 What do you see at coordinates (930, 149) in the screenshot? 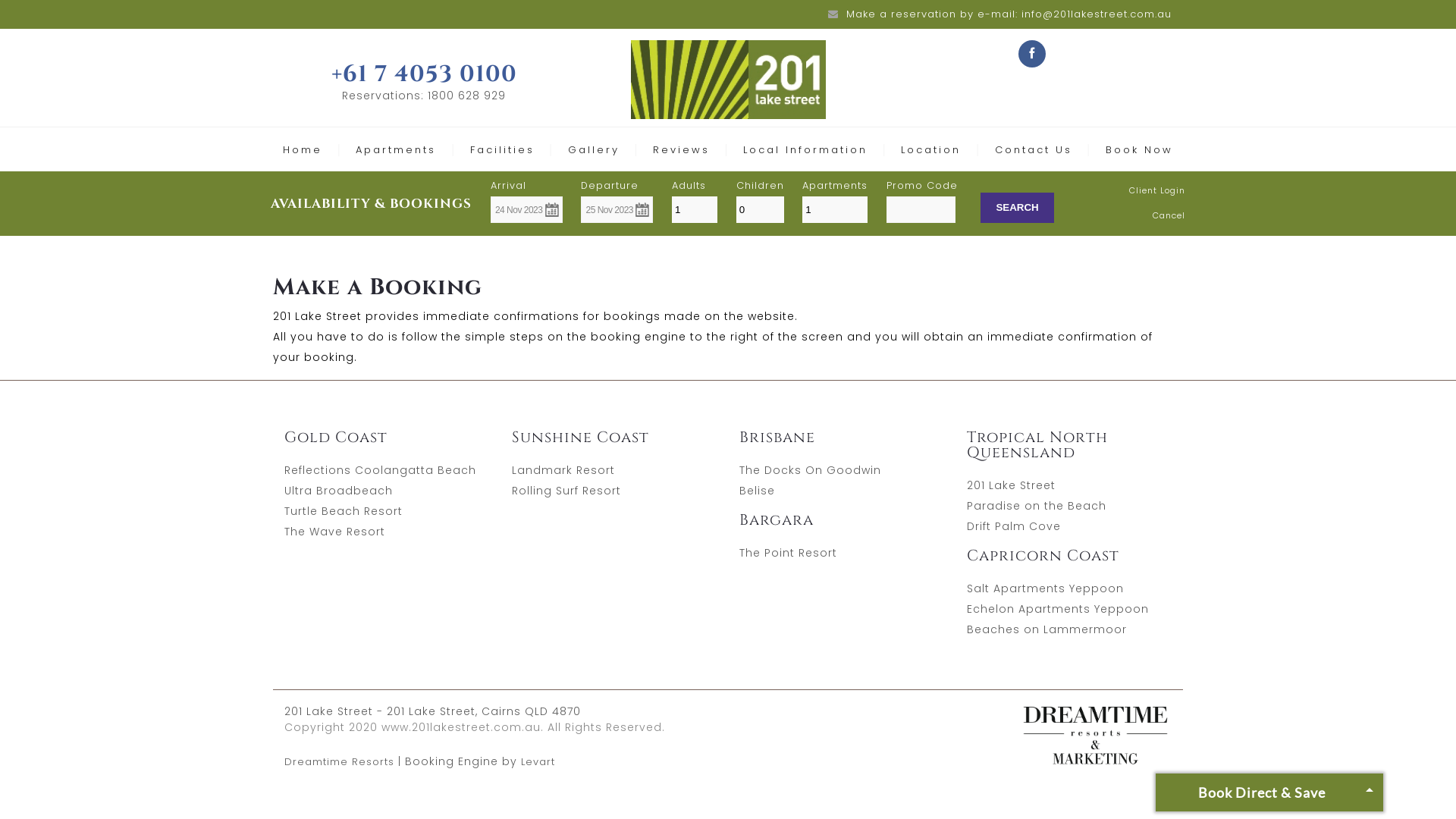
I see `'Location'` at bounding box center [930, 149].